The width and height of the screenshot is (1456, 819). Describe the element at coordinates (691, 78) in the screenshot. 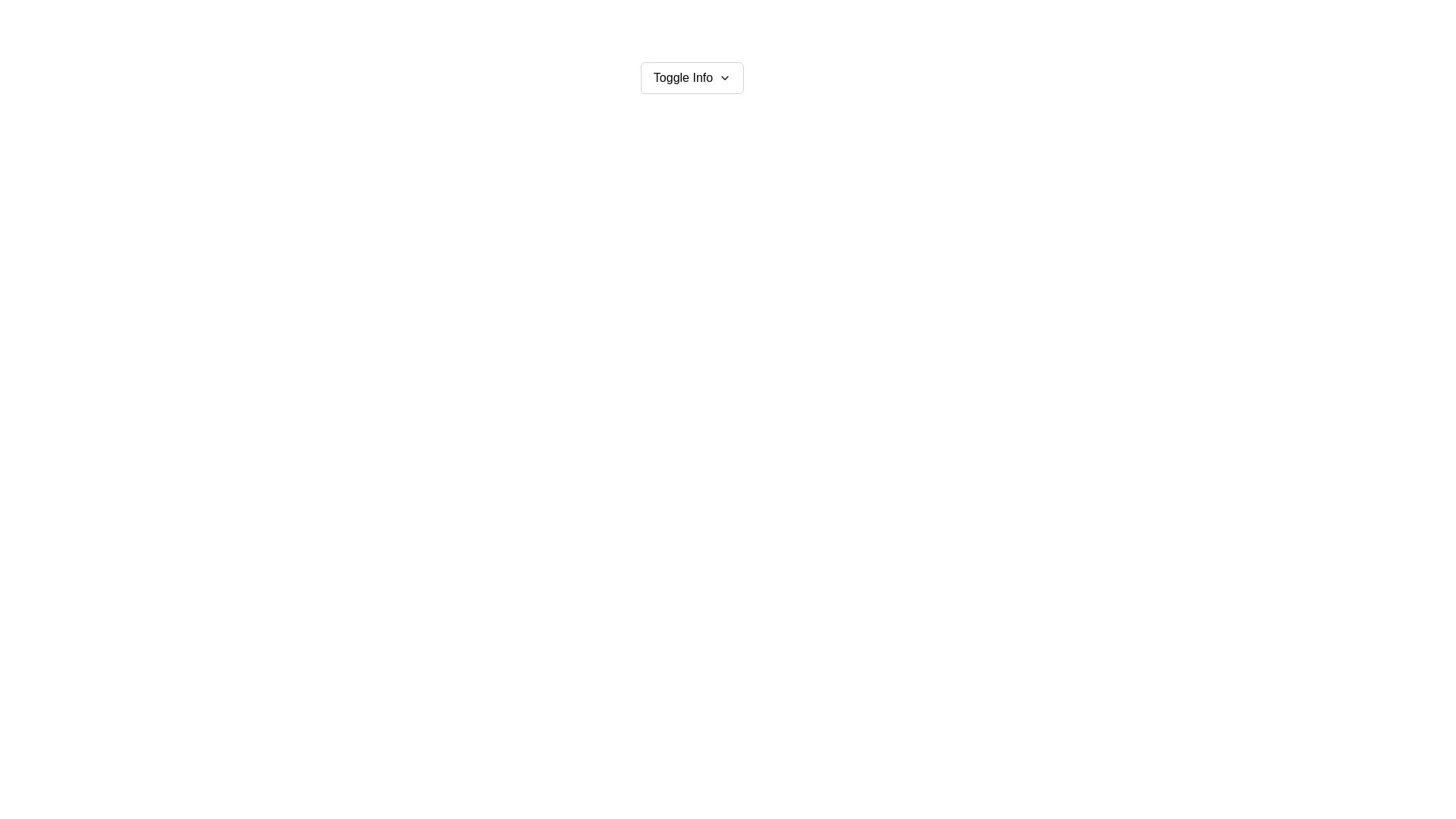

I see `the 'Toggle Info' button with a white background and a downward-pointing arrow icon` at that location.